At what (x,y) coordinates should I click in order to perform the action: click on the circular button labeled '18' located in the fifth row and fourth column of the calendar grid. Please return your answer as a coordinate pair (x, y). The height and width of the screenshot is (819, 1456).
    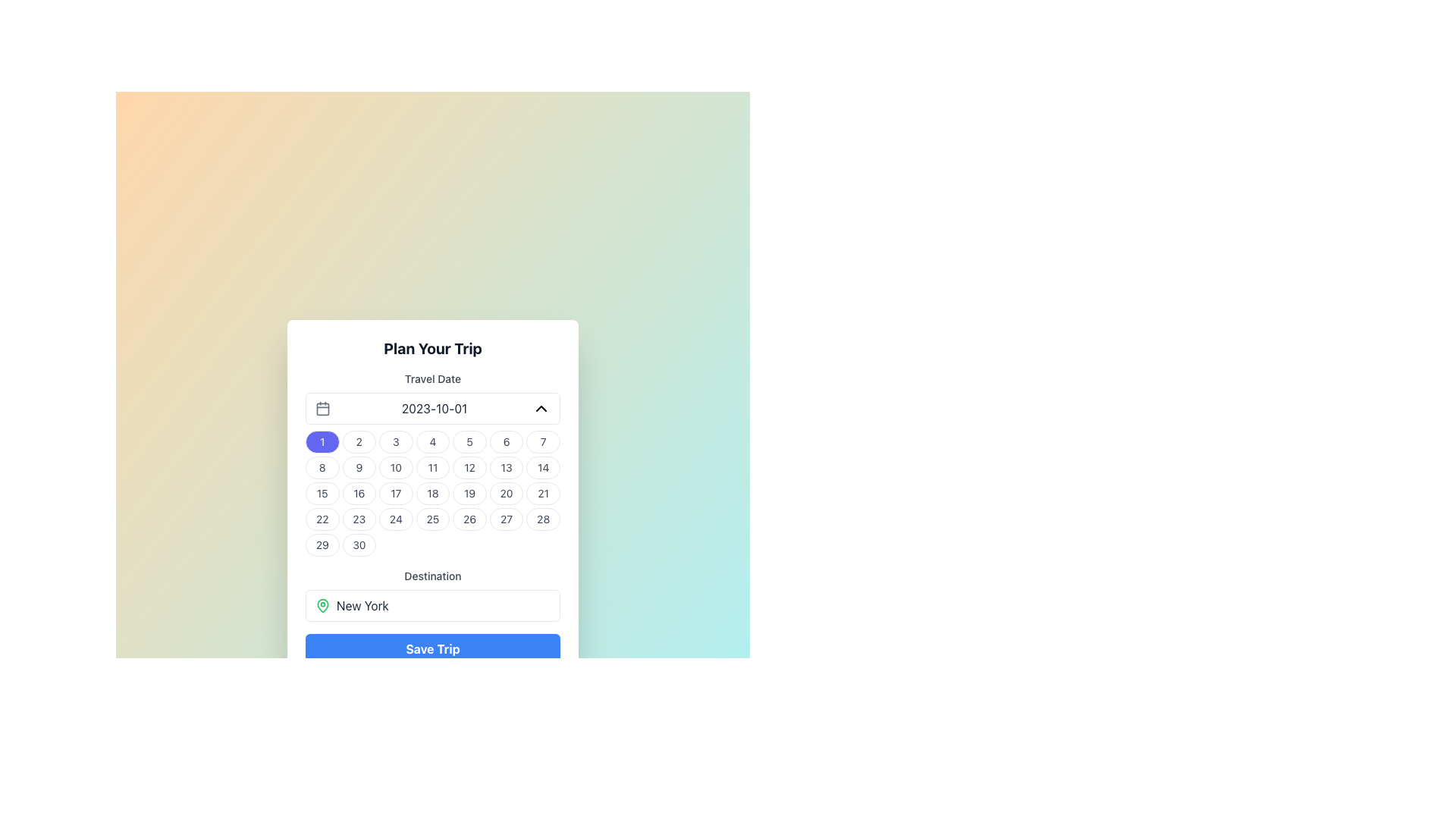
    Looking at the image, I should click on (432, 494).